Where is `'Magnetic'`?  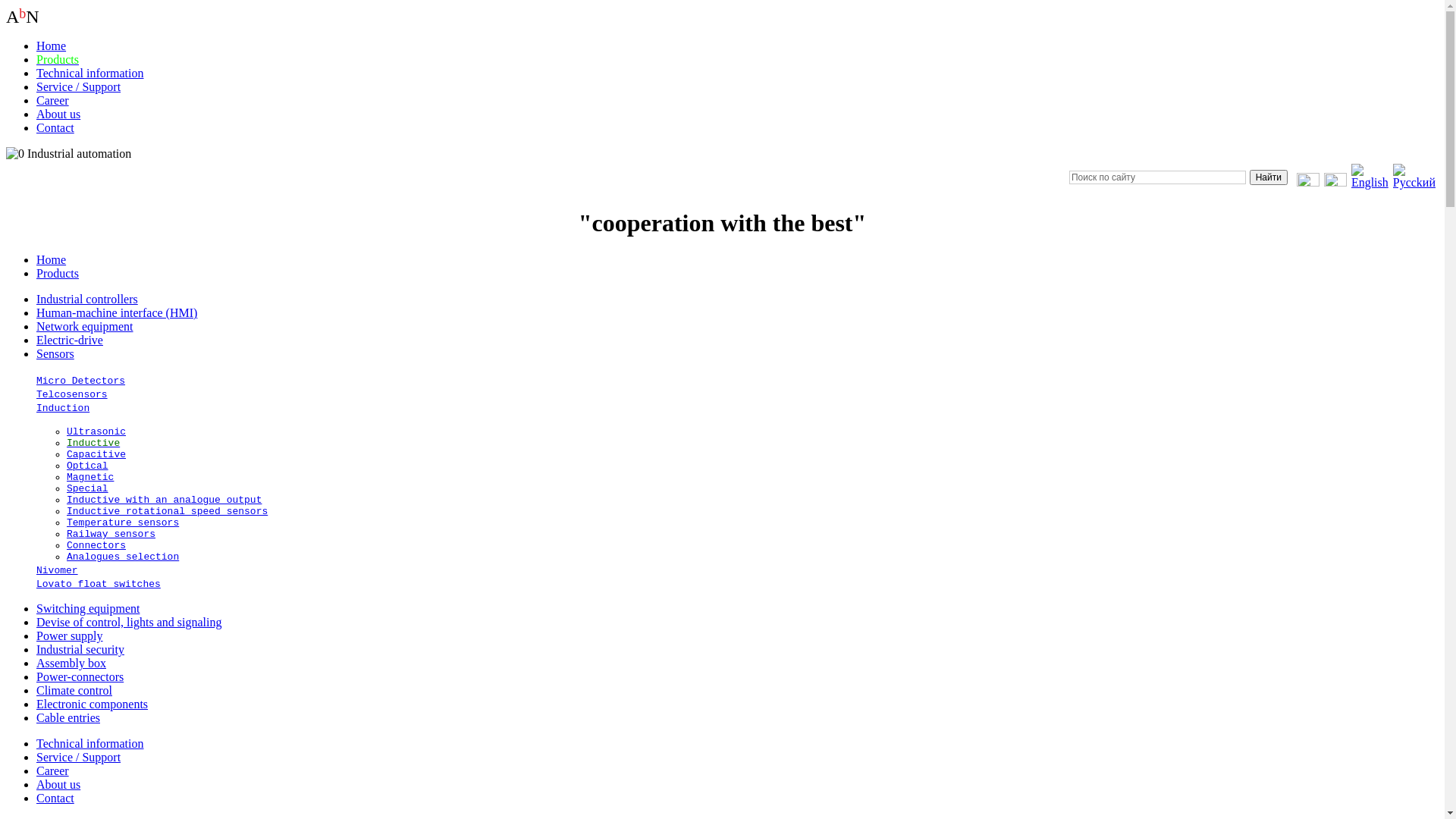 'Magnetic' is located at coordinates (89, 476).